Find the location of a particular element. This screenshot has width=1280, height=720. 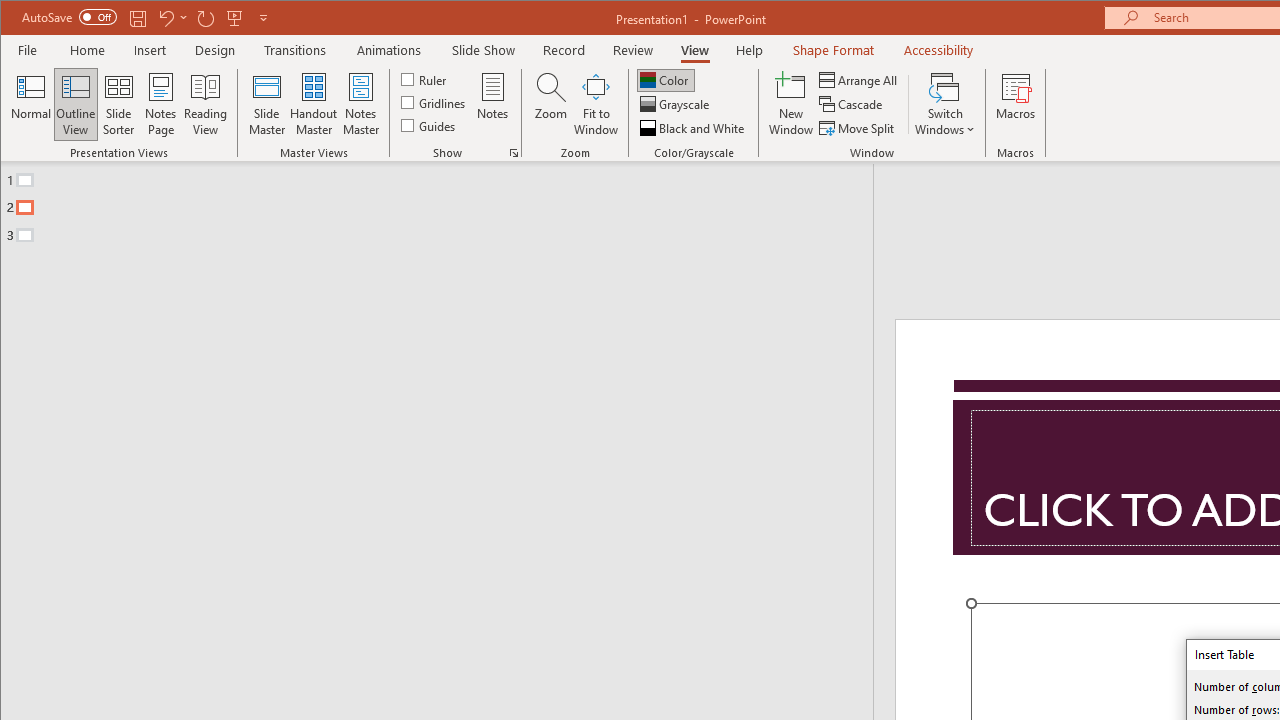

'Grayscale' is located at coordinates (676, 104).